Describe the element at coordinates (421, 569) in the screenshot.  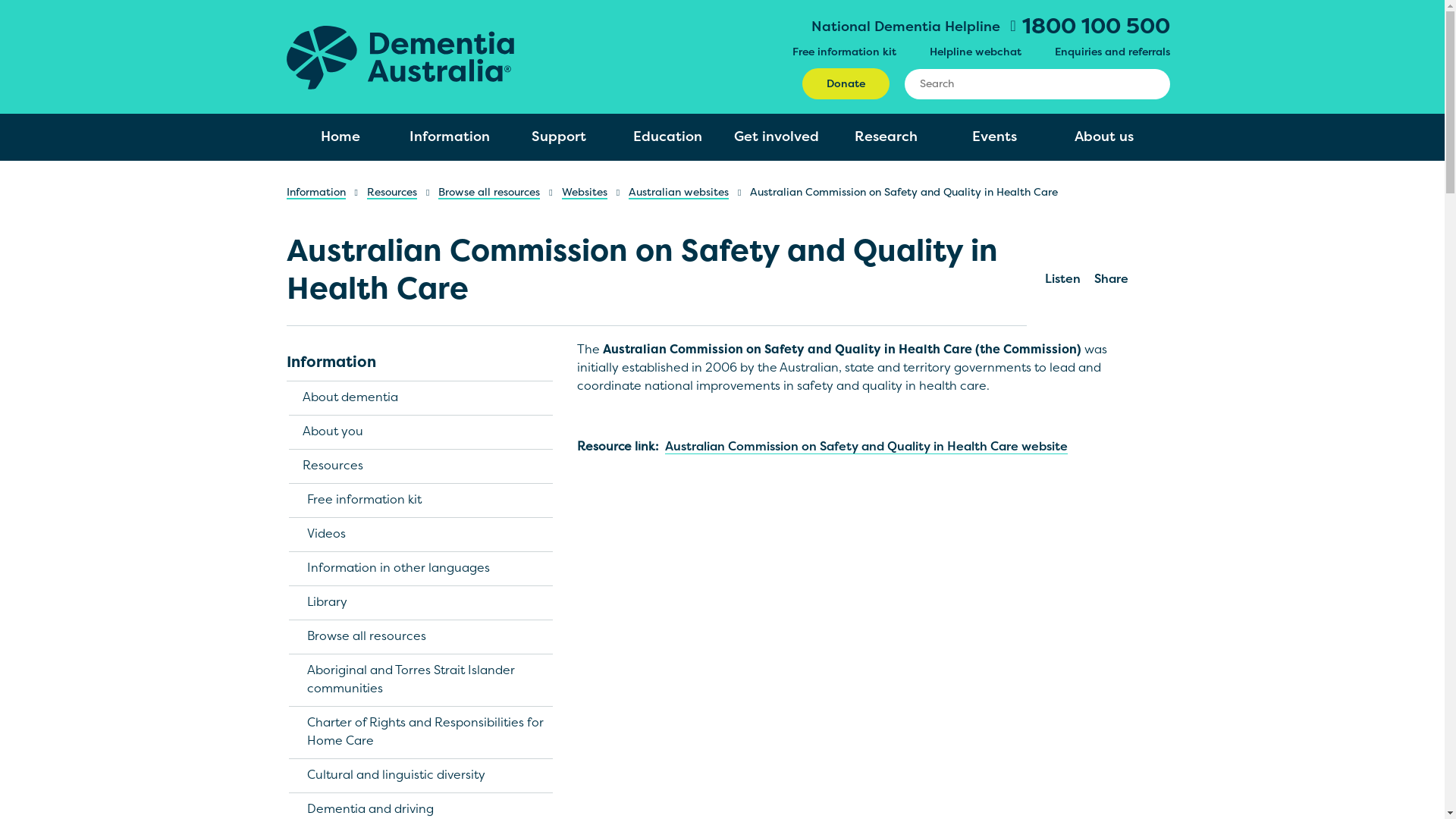
I see `'Information in other languages'` at that location.